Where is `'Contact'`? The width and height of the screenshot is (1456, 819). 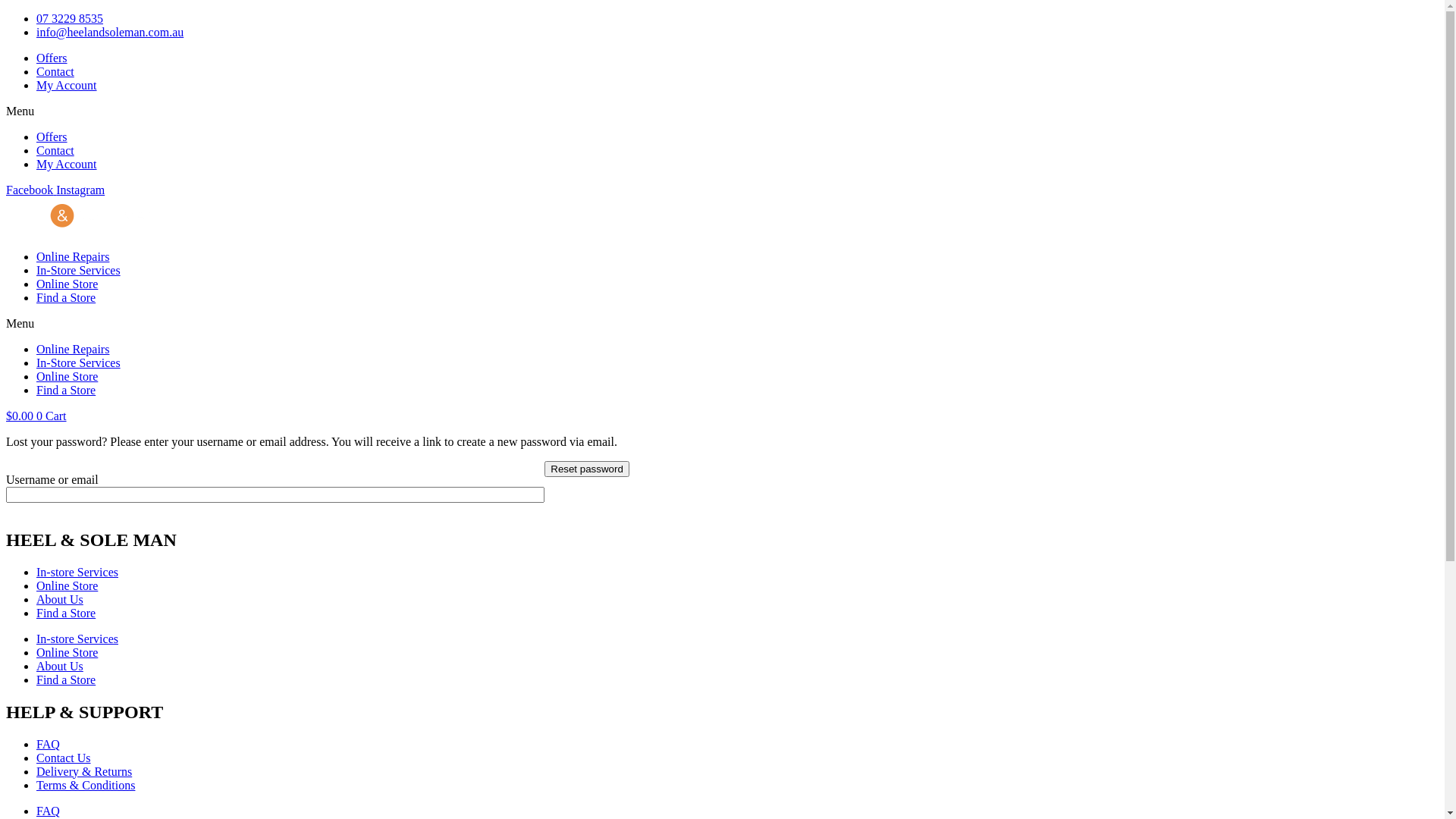 'Contact' is located at coordinates (55, 150).